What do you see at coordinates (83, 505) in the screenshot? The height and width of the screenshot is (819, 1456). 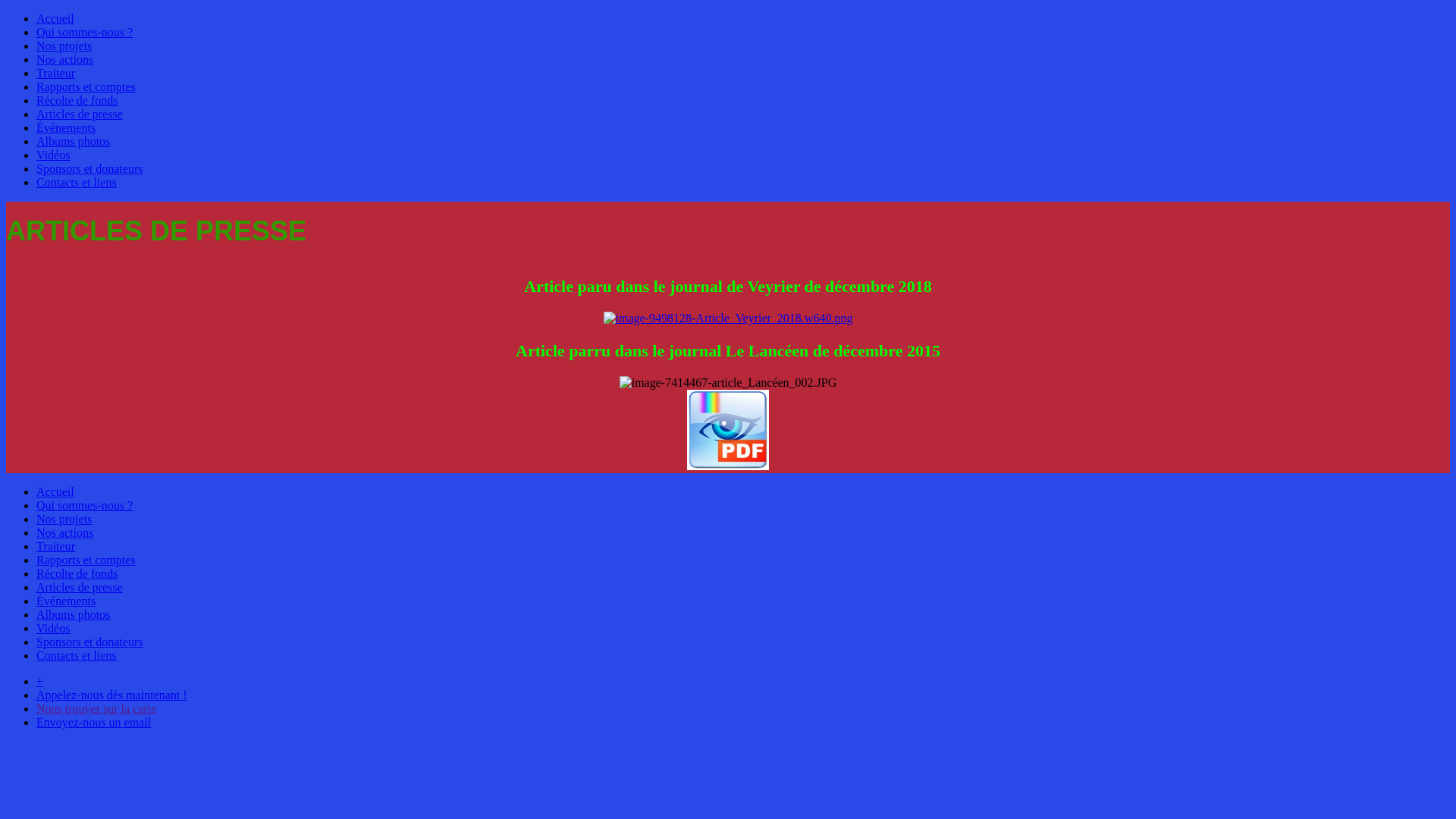 I see `'Qui sommes-nous ?'` at bounding box center [83, 505].